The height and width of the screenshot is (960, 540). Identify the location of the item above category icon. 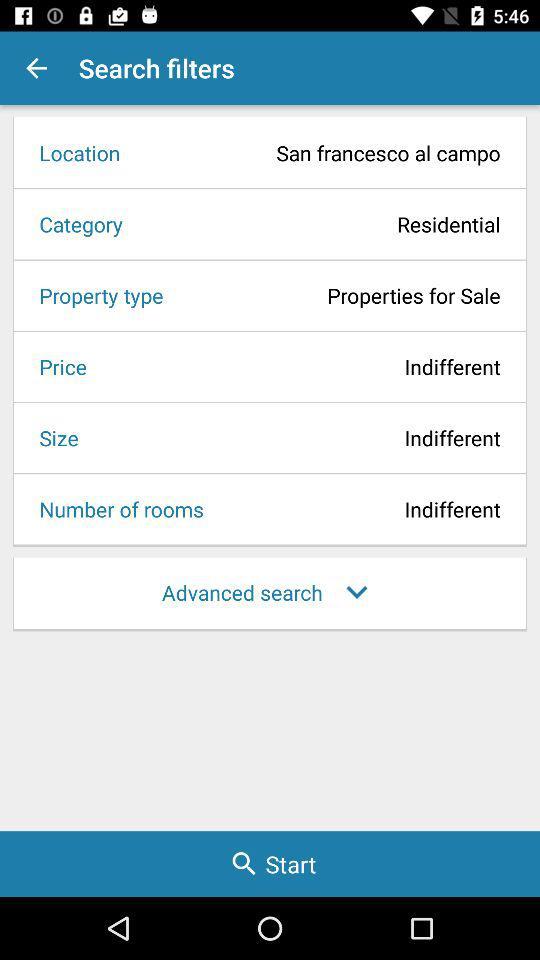
(72, 152).